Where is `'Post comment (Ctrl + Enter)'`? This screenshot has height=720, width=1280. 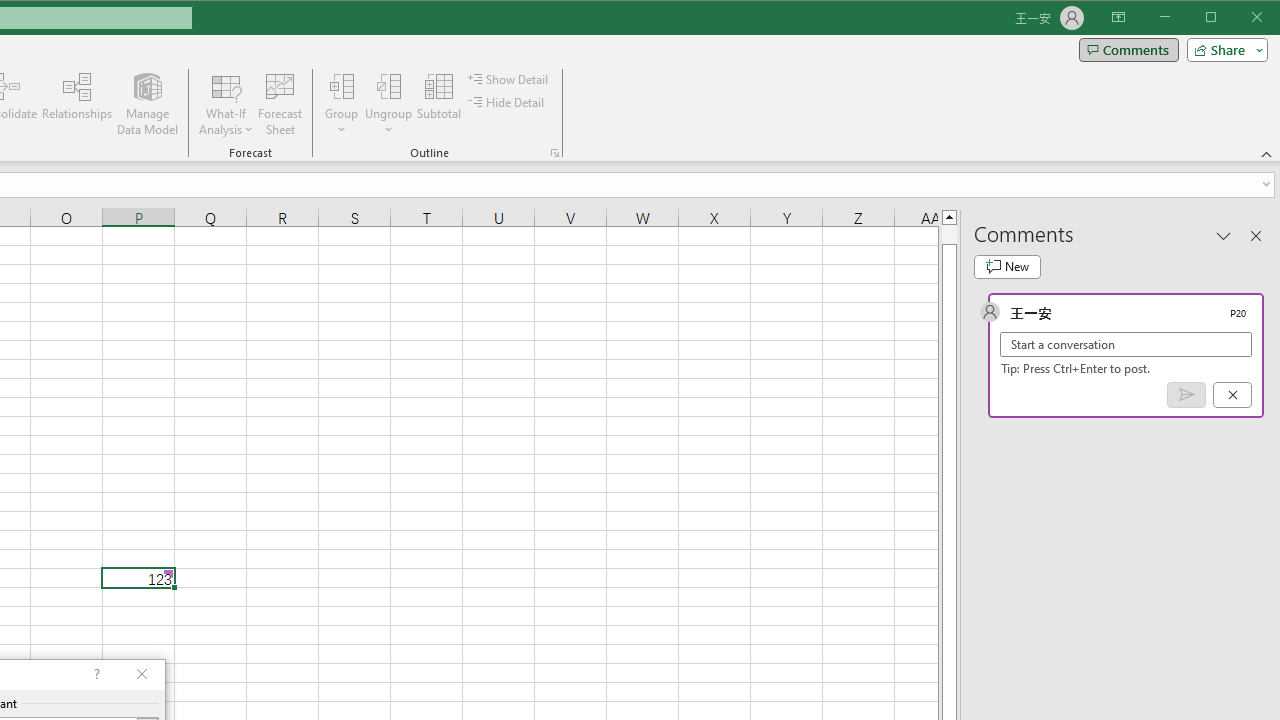
'Post comment (Ctrl + Enter)' is located at coordinates (1186, 395).